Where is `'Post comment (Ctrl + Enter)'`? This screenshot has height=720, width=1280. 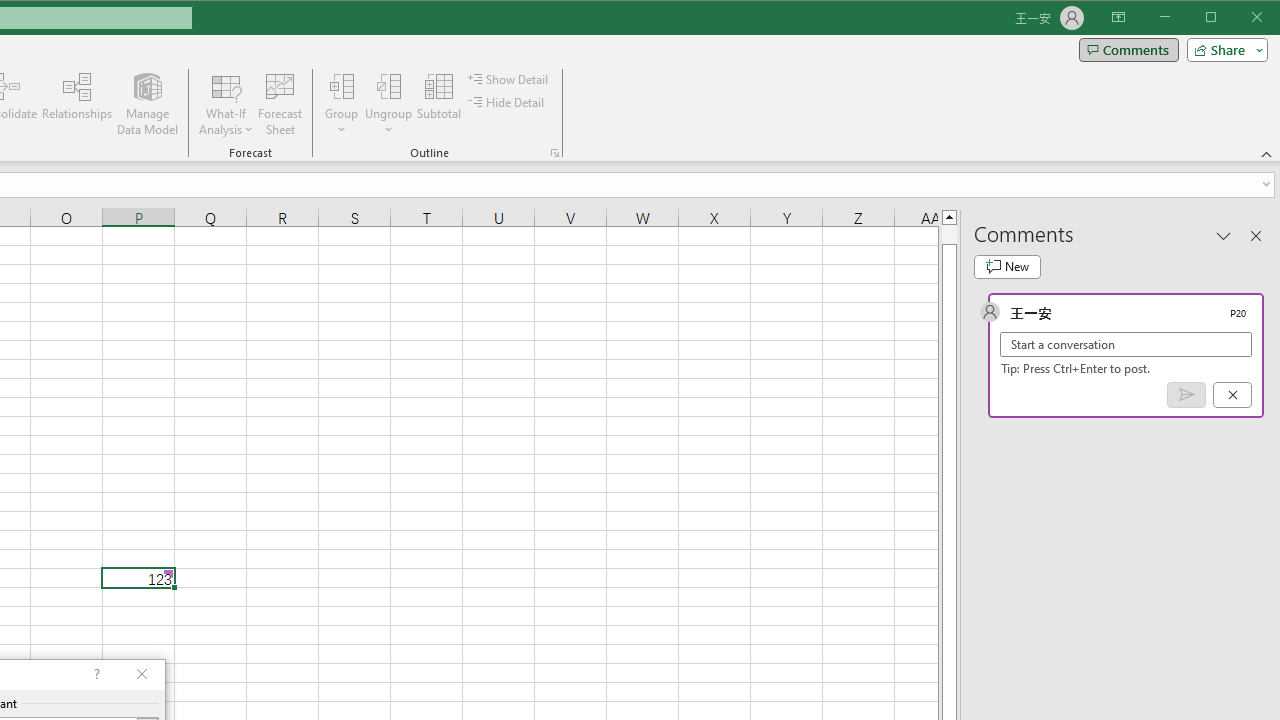
'Post comment (Ctrl + Enter)' is located at coordinates (1186, 395).